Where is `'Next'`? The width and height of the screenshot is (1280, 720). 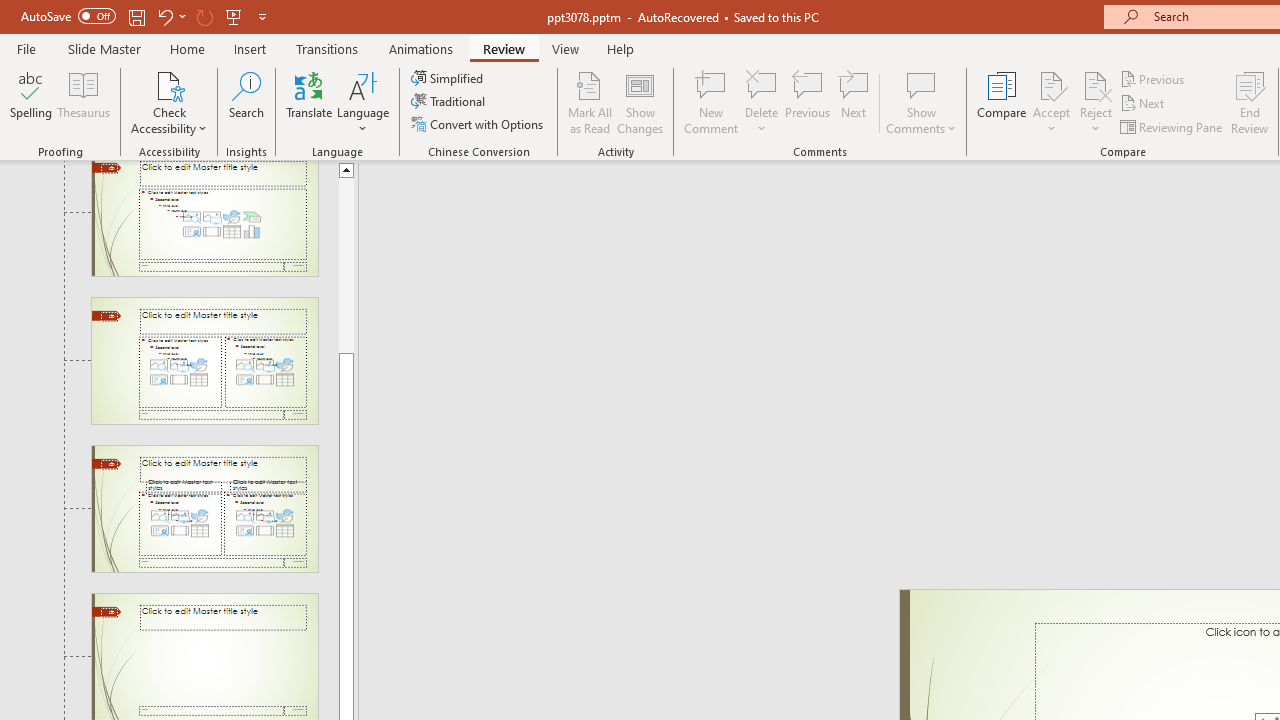 'Next' is located at coordinates (1144, 103).